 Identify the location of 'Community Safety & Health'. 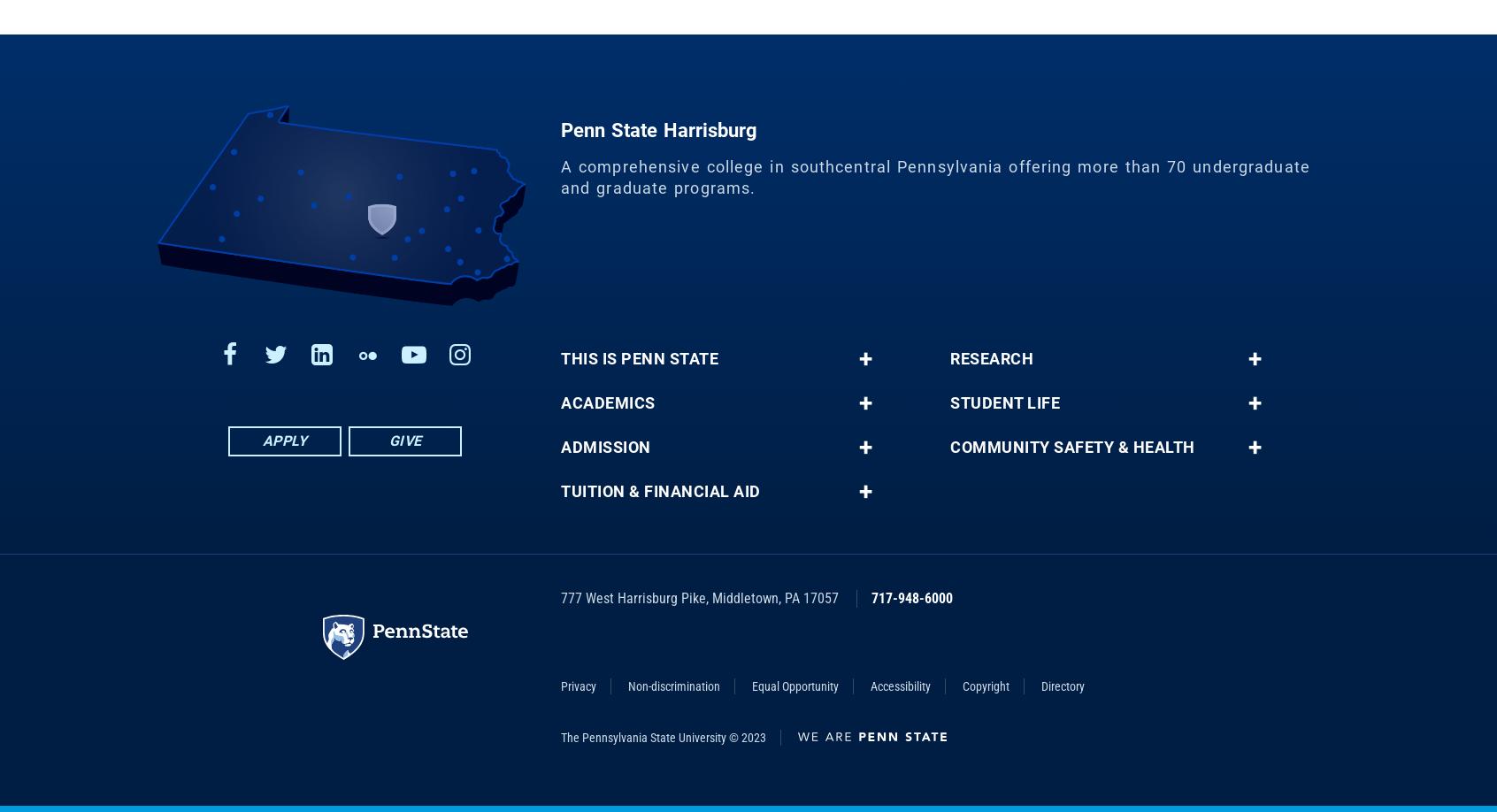
(1071, 460).